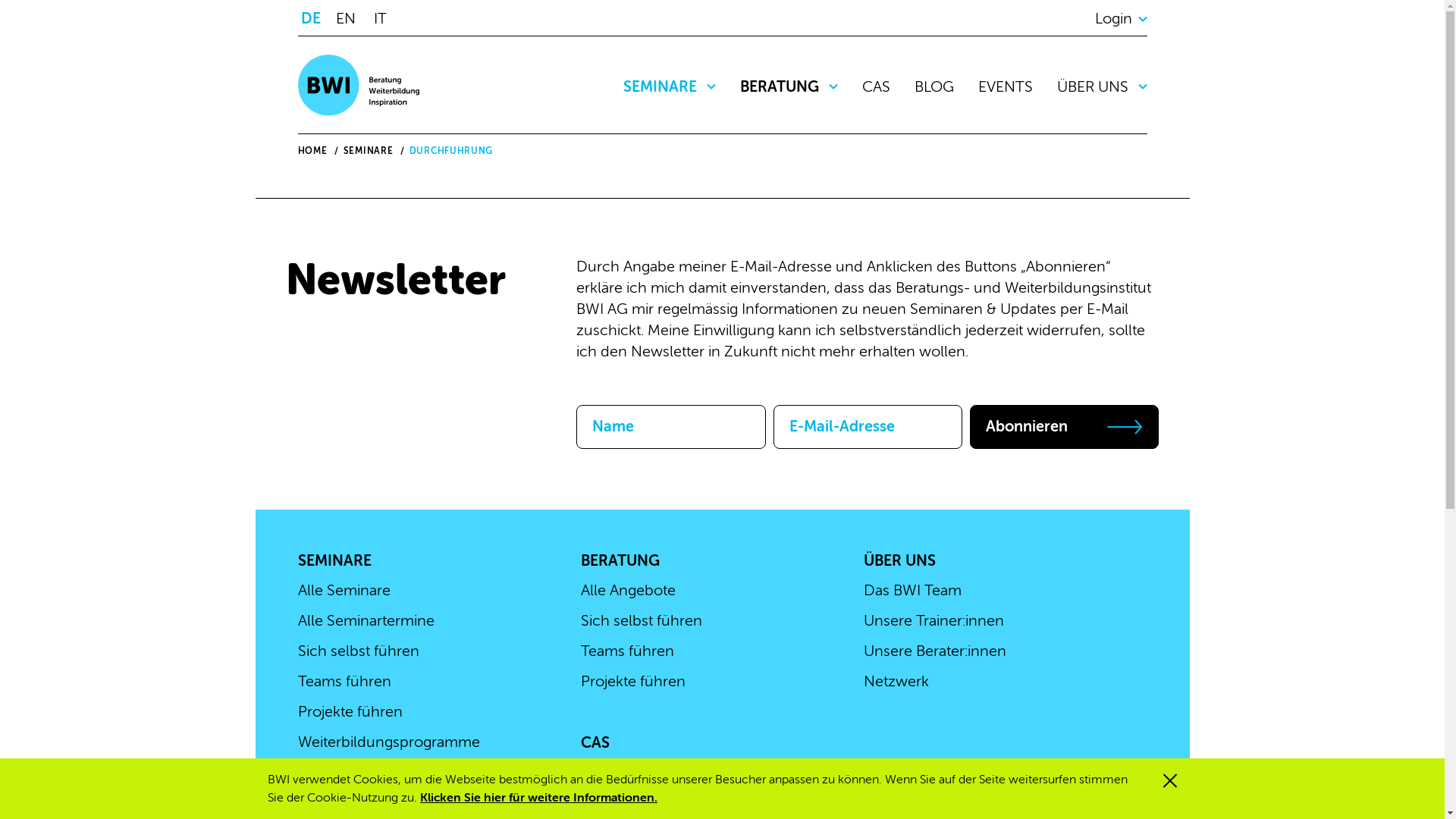 Image resolution: width=1456 pixels, height=819 pixels. Describe the element at coordinates (348, 17) in the screenshot. I see `'EN'` at that location.